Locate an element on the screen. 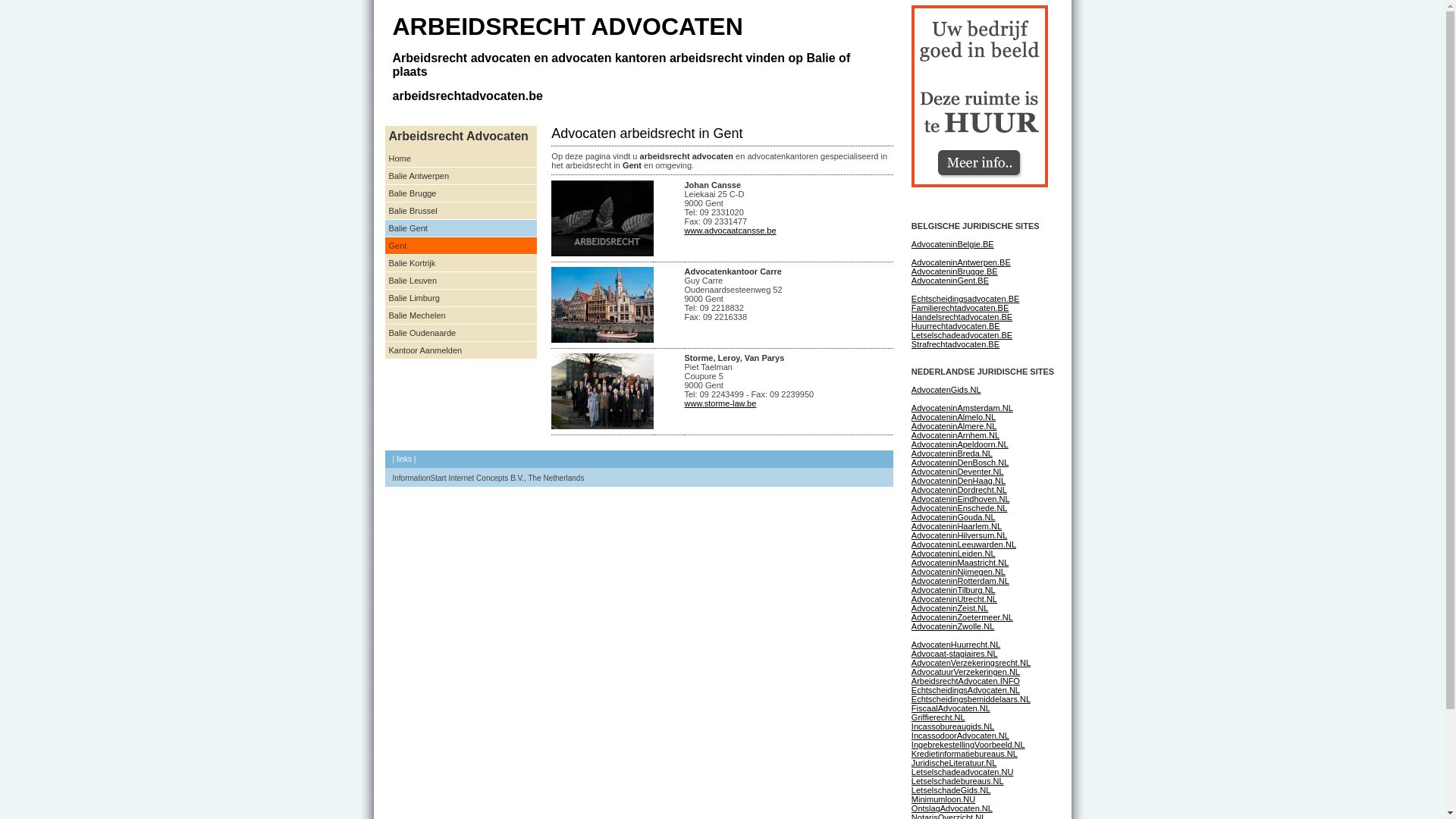 This screenshot has width=1456, height=819. 'AdvocateninLeiden.NL' is located at coordinates (952, 553).